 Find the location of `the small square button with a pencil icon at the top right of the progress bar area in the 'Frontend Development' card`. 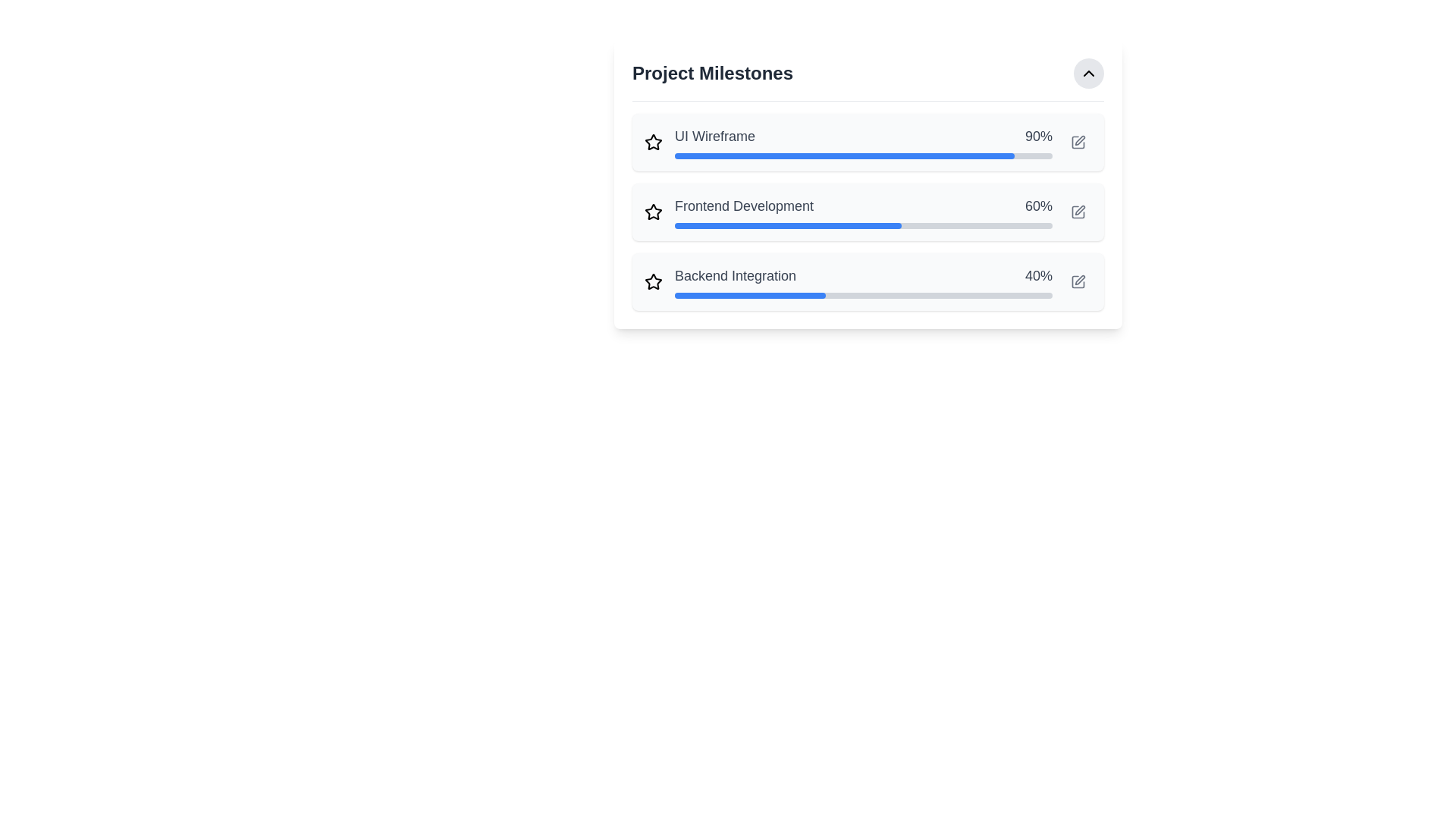

the small square button with a pencil icon at the top right of the progress bar area in the 'Frontend Development' card is located at coordinates (1077, 212).